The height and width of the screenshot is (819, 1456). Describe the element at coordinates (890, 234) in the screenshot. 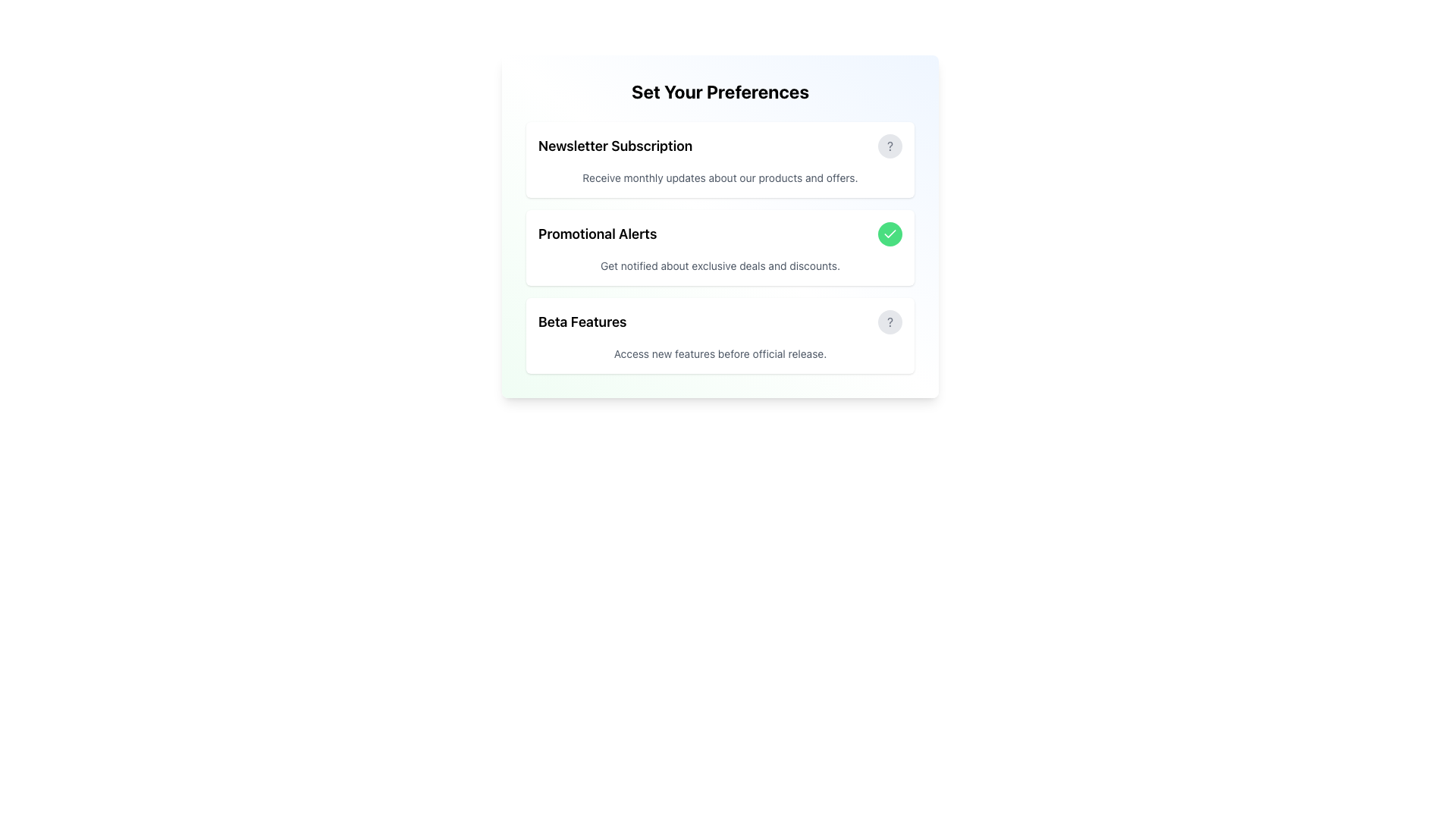

I see `the toggle button for 'Promotional Alerts' to change its state` at that location.